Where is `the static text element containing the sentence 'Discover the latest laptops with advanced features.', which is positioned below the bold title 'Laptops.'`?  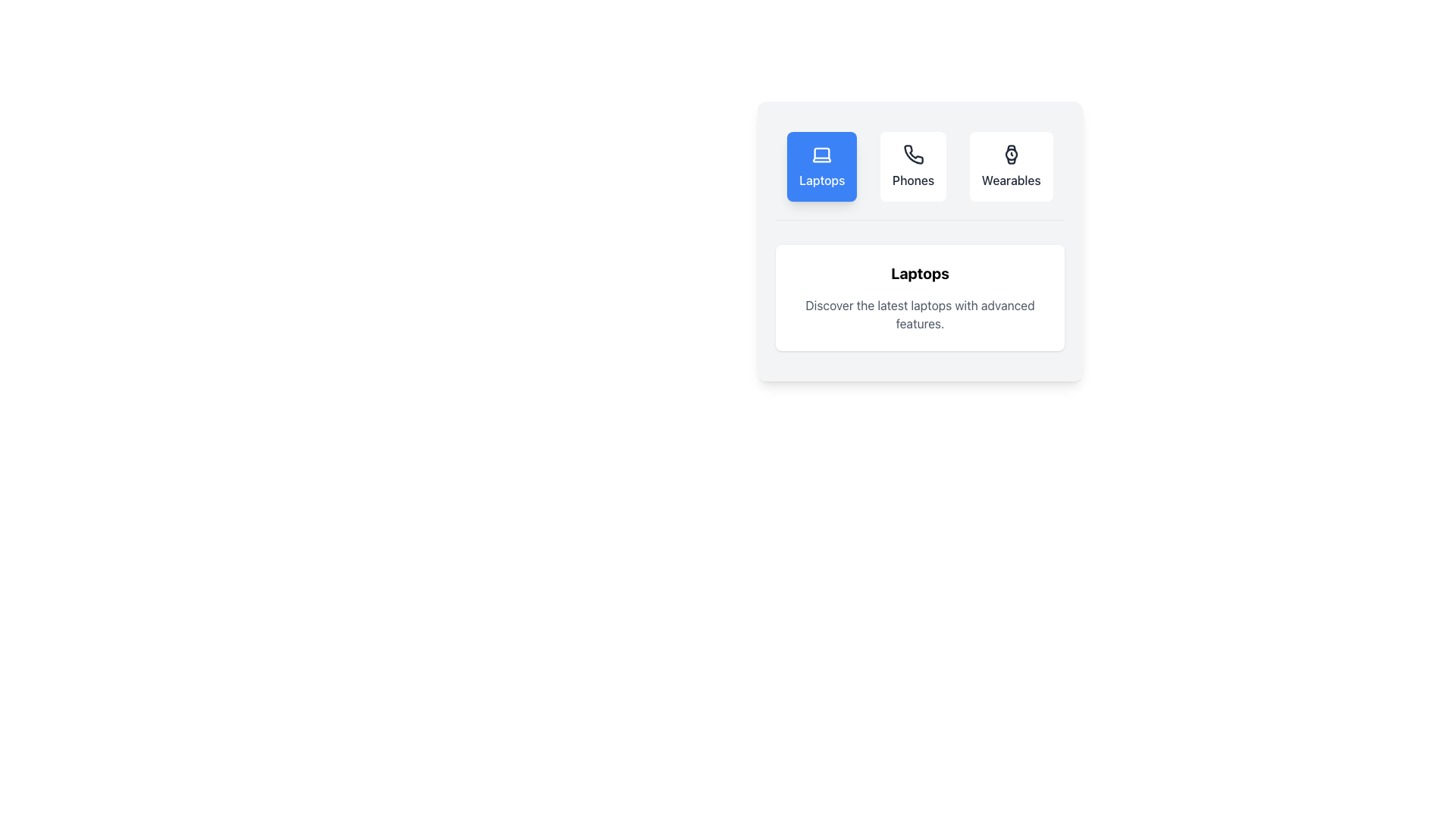 the static text element containing the sentence 'Discover the latest laptops with advanced features.', which is positioned below the bold title 'Laptops.' is located at coordinates (919, 314).